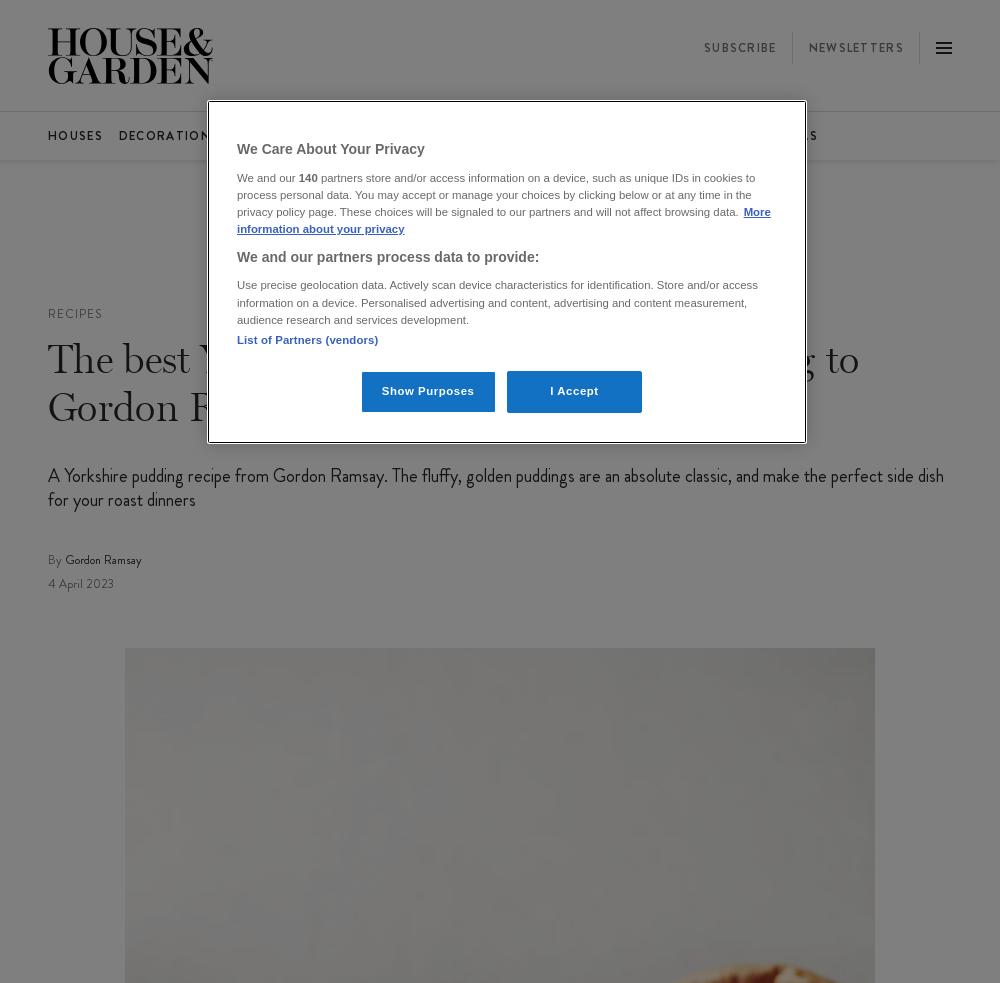  I want to click on 'Video', so click(612, 135).